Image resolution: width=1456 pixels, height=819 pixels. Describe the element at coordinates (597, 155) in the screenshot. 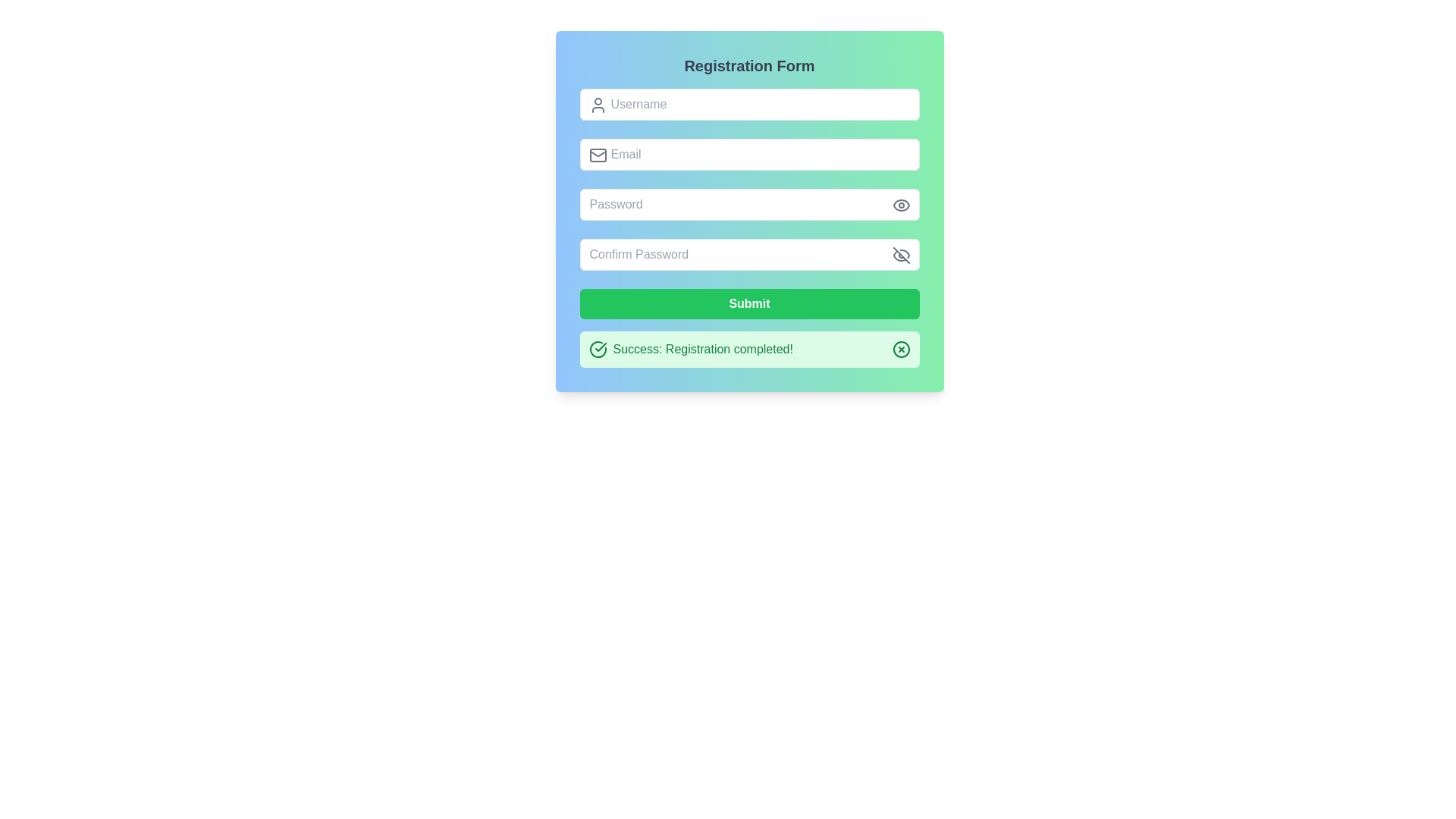

I see `the gray mail icon, which is an outline drawing with a rectangular base and a triangular flap, located to the left of the 'Email' placeholder text in the email input field, to focus the associated text field` at that location.